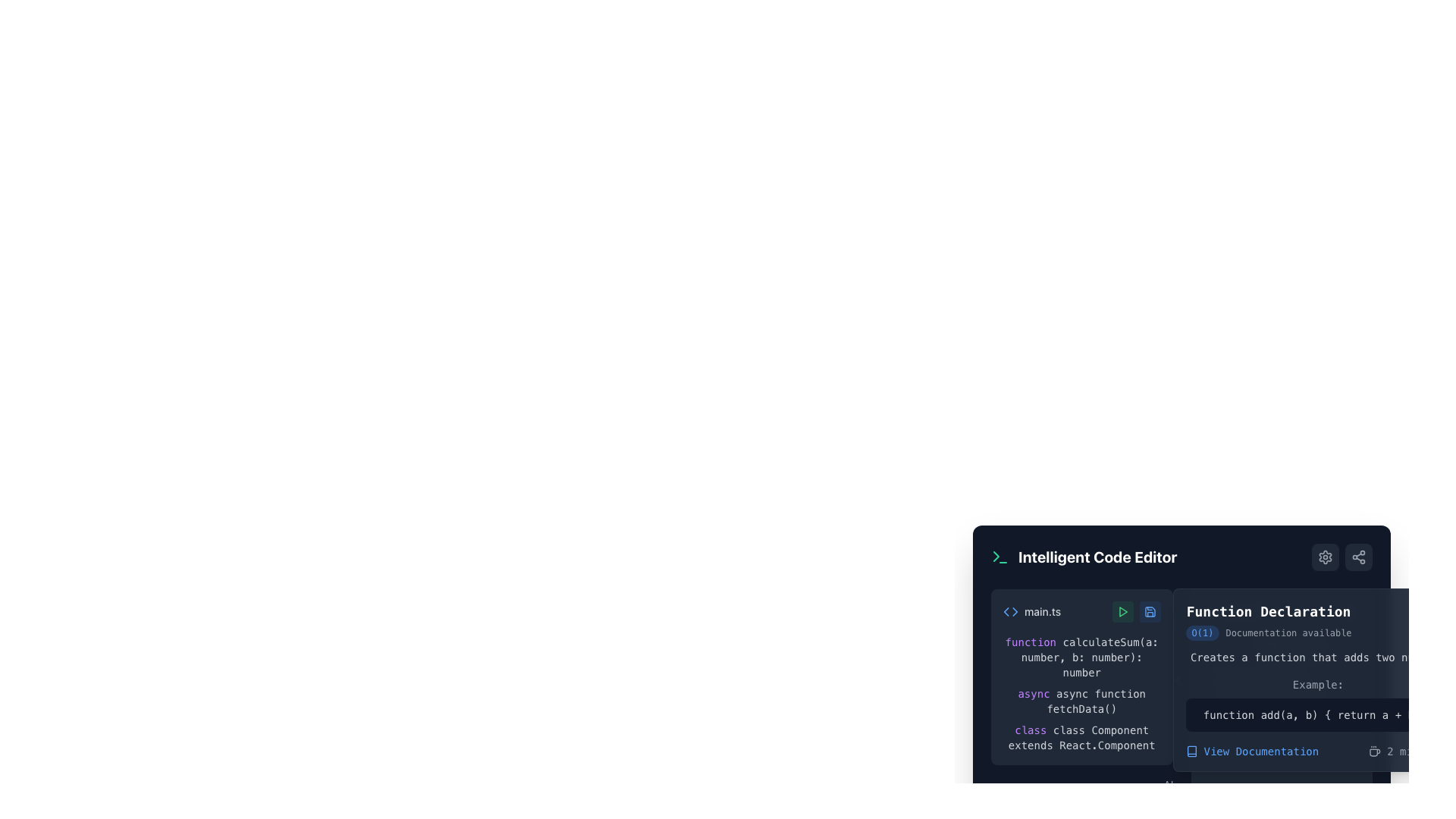  Describe the element at coordinates (1317, 714) in the screenshot. I see `the code block displaying the example function declaration located in the 'Example:' section of the code editor interface` at that location.